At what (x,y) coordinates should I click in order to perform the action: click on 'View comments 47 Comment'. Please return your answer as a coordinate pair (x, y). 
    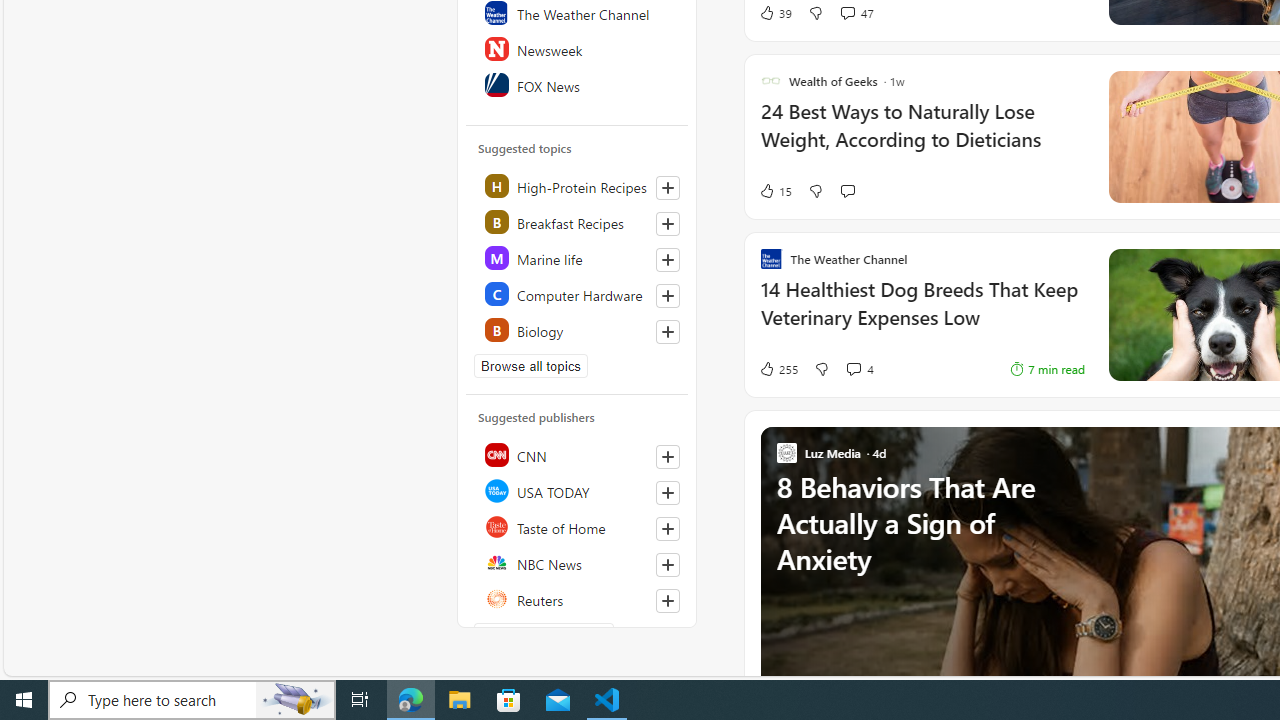
    Looking at the image, I should click on (847, 12).